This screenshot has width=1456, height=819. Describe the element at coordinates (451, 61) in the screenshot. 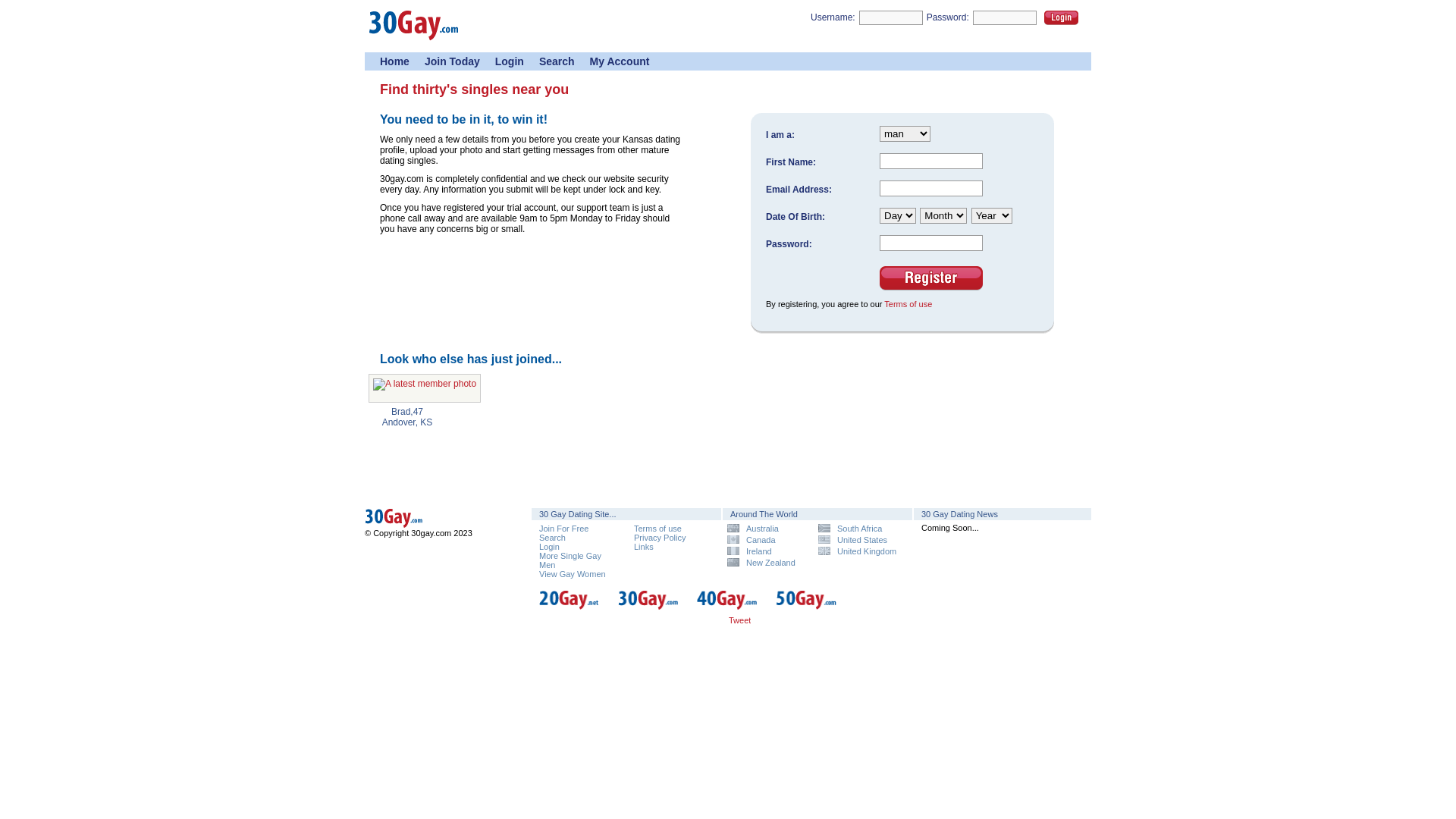

I see `'Join Today'` at that location.